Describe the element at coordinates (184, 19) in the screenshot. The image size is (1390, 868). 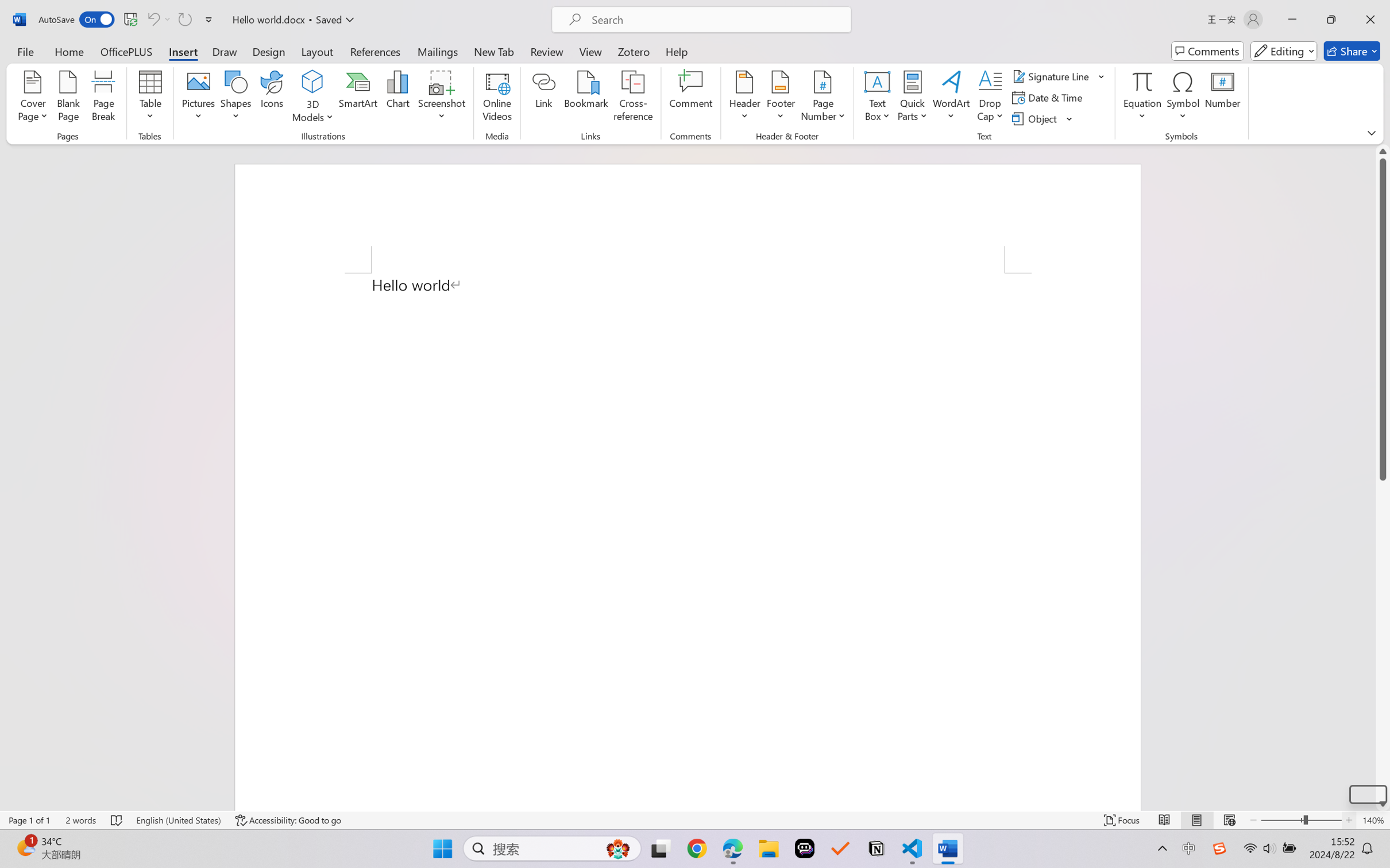
I see `'Can'` at that location.